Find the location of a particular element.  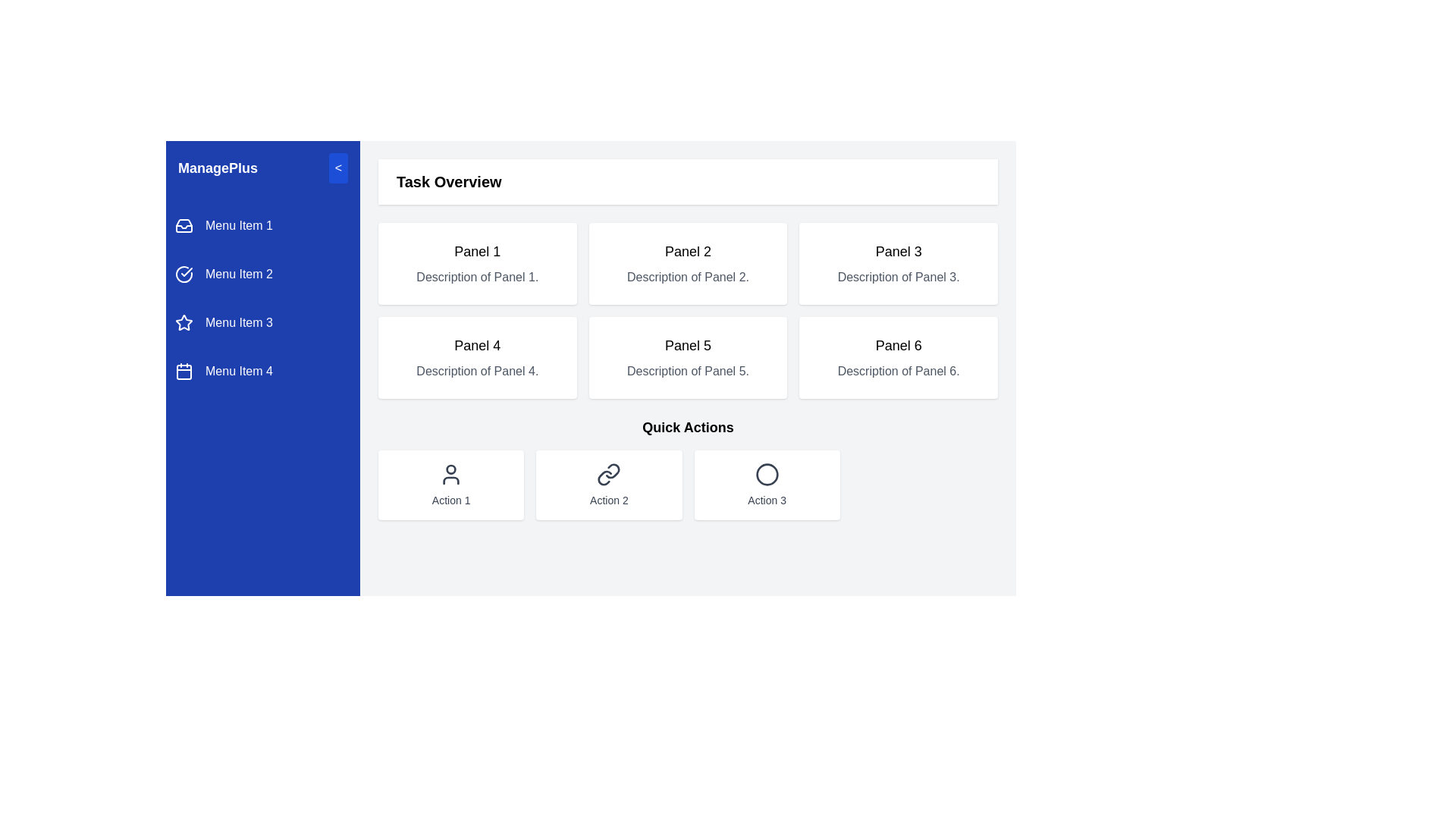

the second menu item in the sidebar is located at coordinates (262, 275).